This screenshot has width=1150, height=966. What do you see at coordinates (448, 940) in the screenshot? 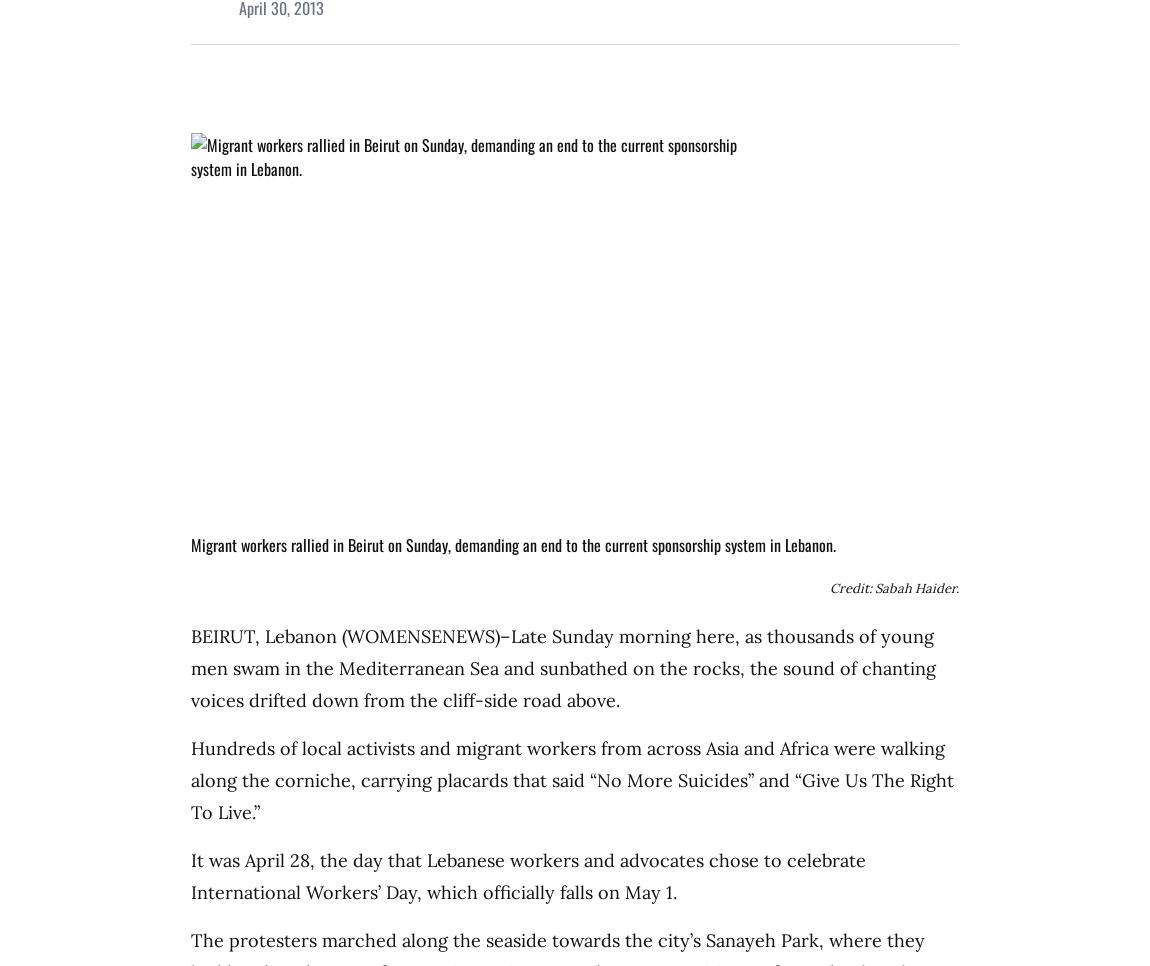
I see `'The protesters marched along the seaside towards the city’s'` at bounding box center [448, 940].